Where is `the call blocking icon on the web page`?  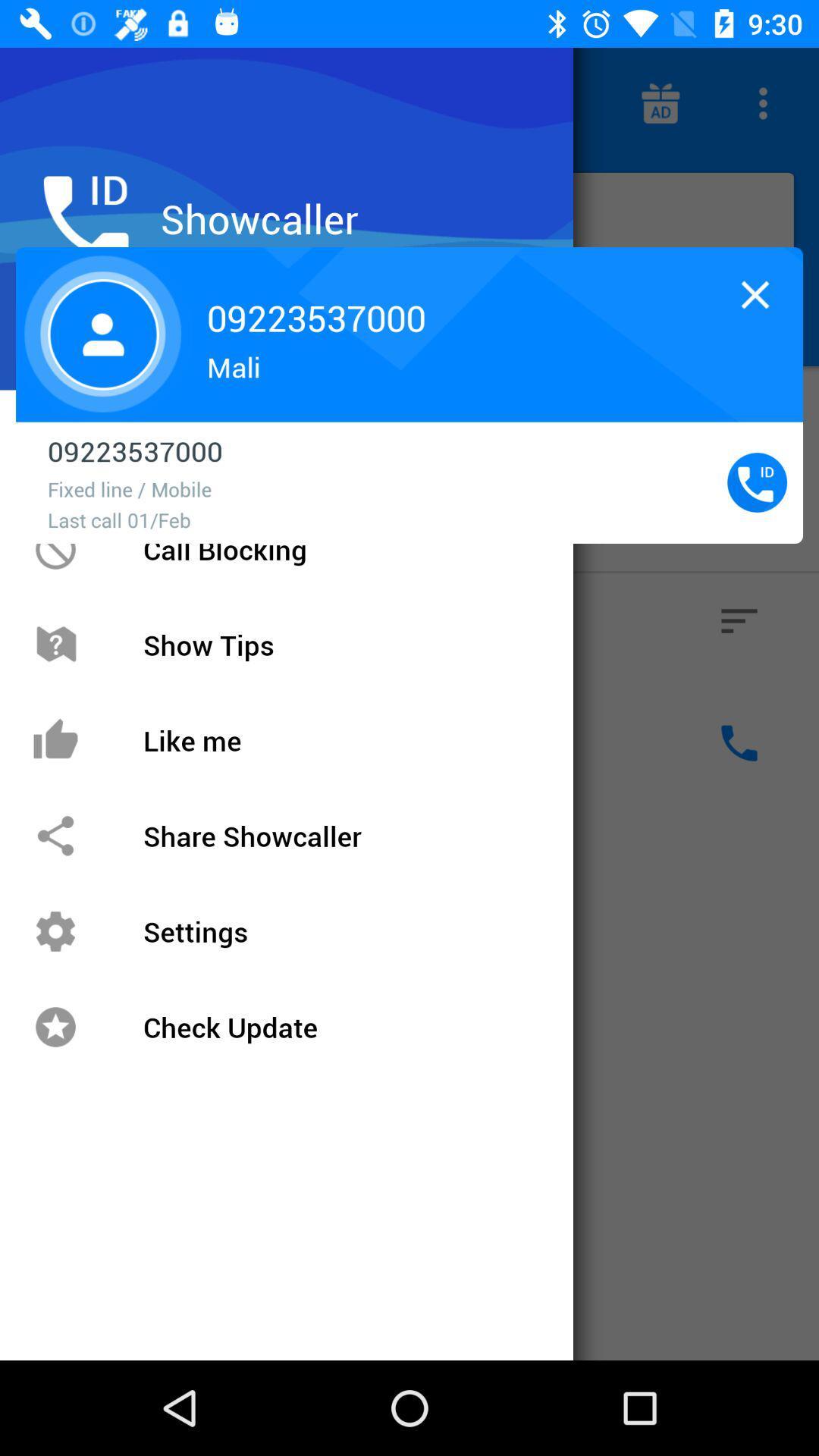
the call blocking icon on the web page is located at coordinates (55, 548).